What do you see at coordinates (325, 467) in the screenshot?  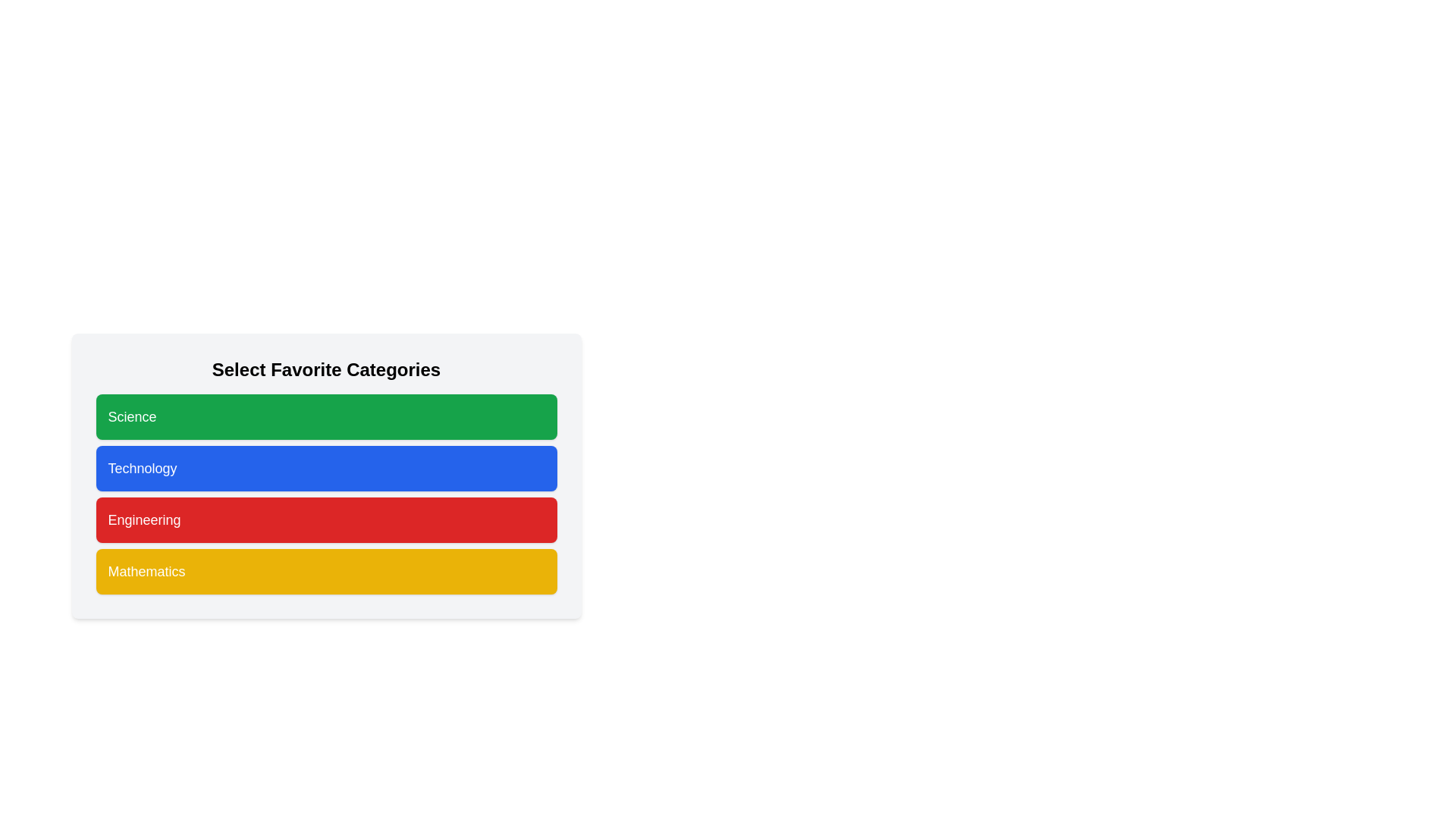 I see `the 'Technology' category button, which is the second button in a vertical list of four categories, located below 'Science' and above 'Engineering'` at bounding box center [325, 467].